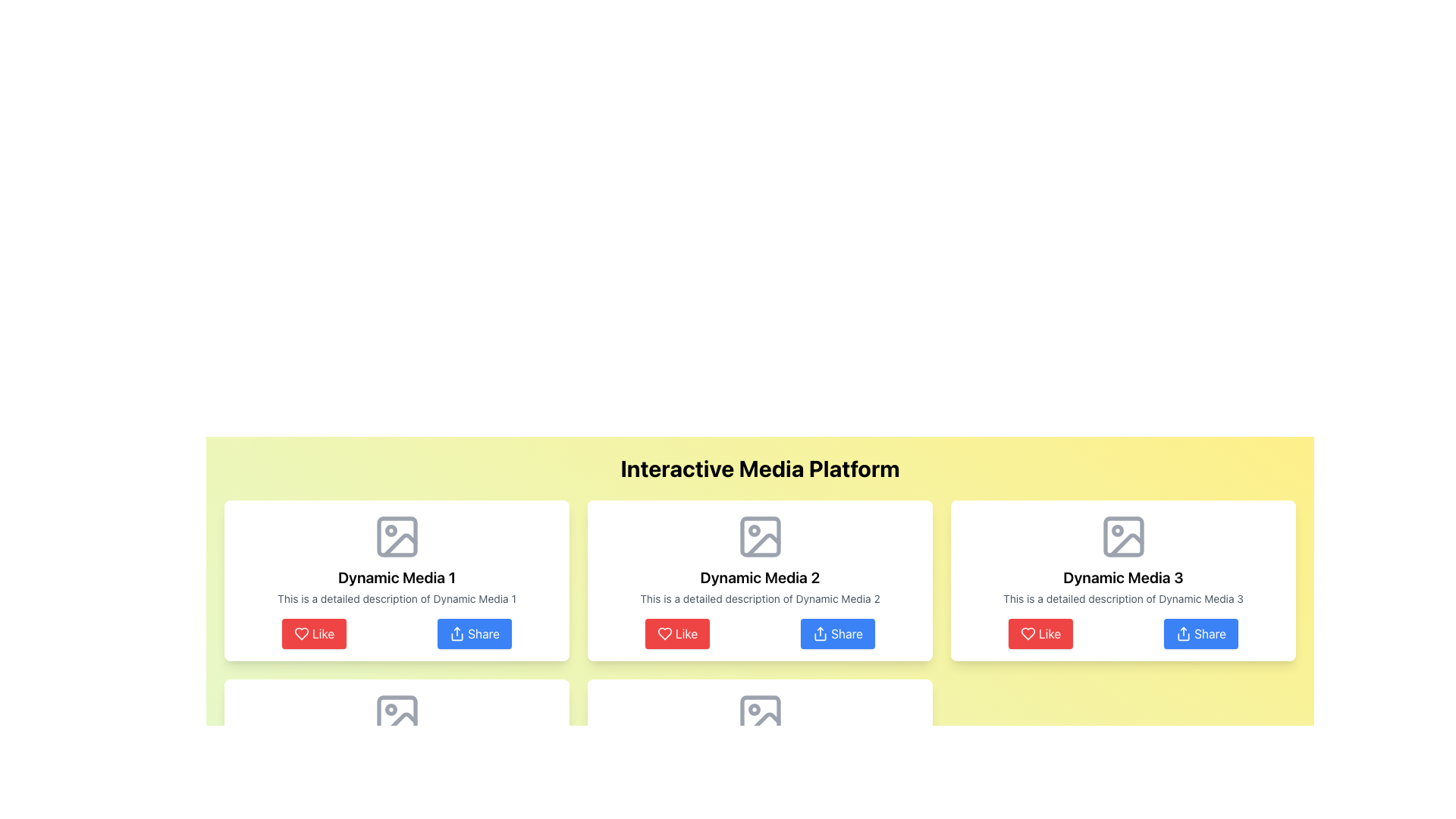 This screenshot has width=1456, height=819. Describe the element at coordinates (1117, 529) in the screenshot. I see `the small, grayish circular shape within the SVG graphic that is part of the media icon above the 'Dynamic Media 3' label in the third column of media cards` at that location.